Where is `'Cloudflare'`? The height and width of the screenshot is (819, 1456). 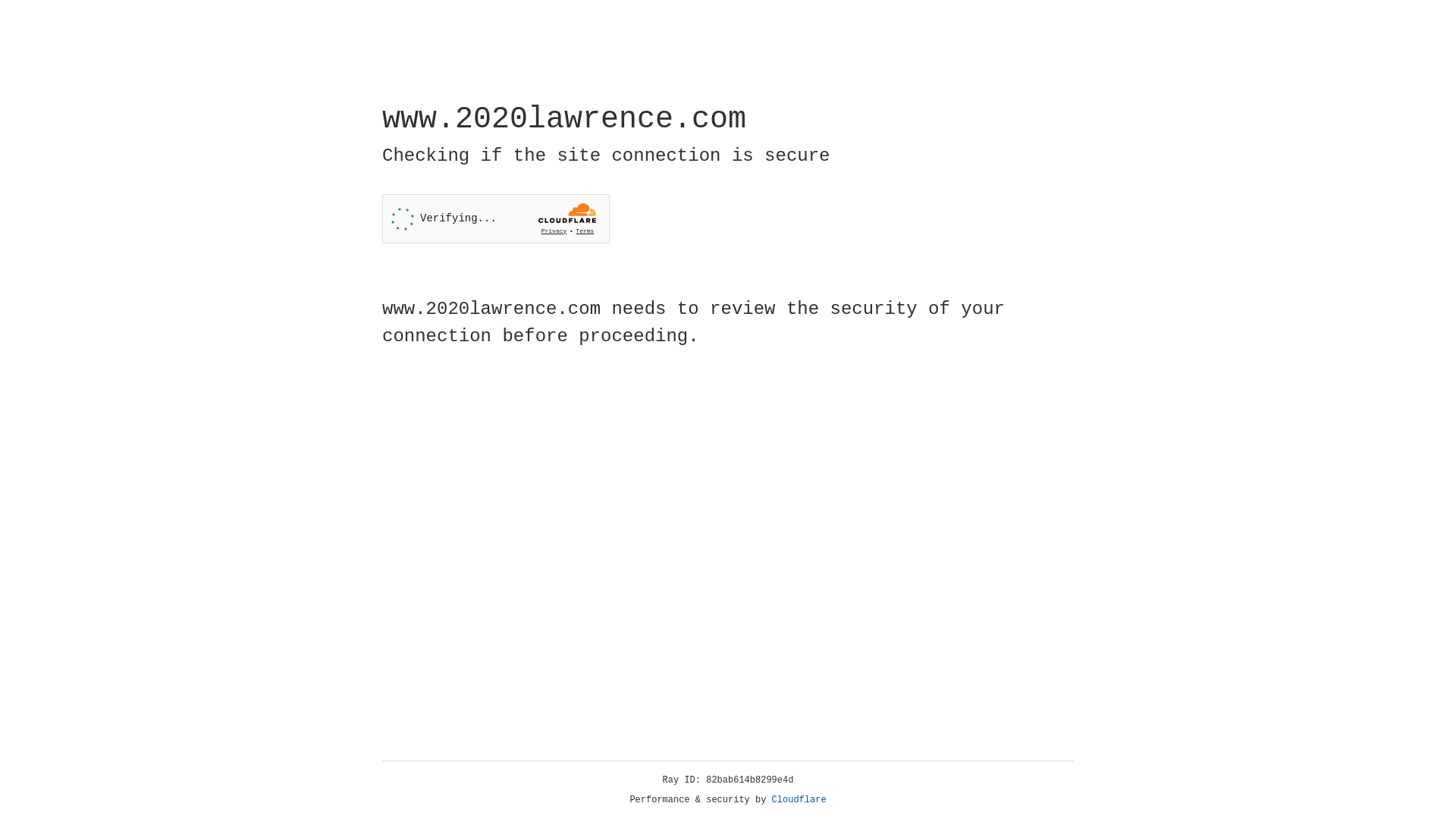
'Cloudflare' is located at coordinates (799, 799).